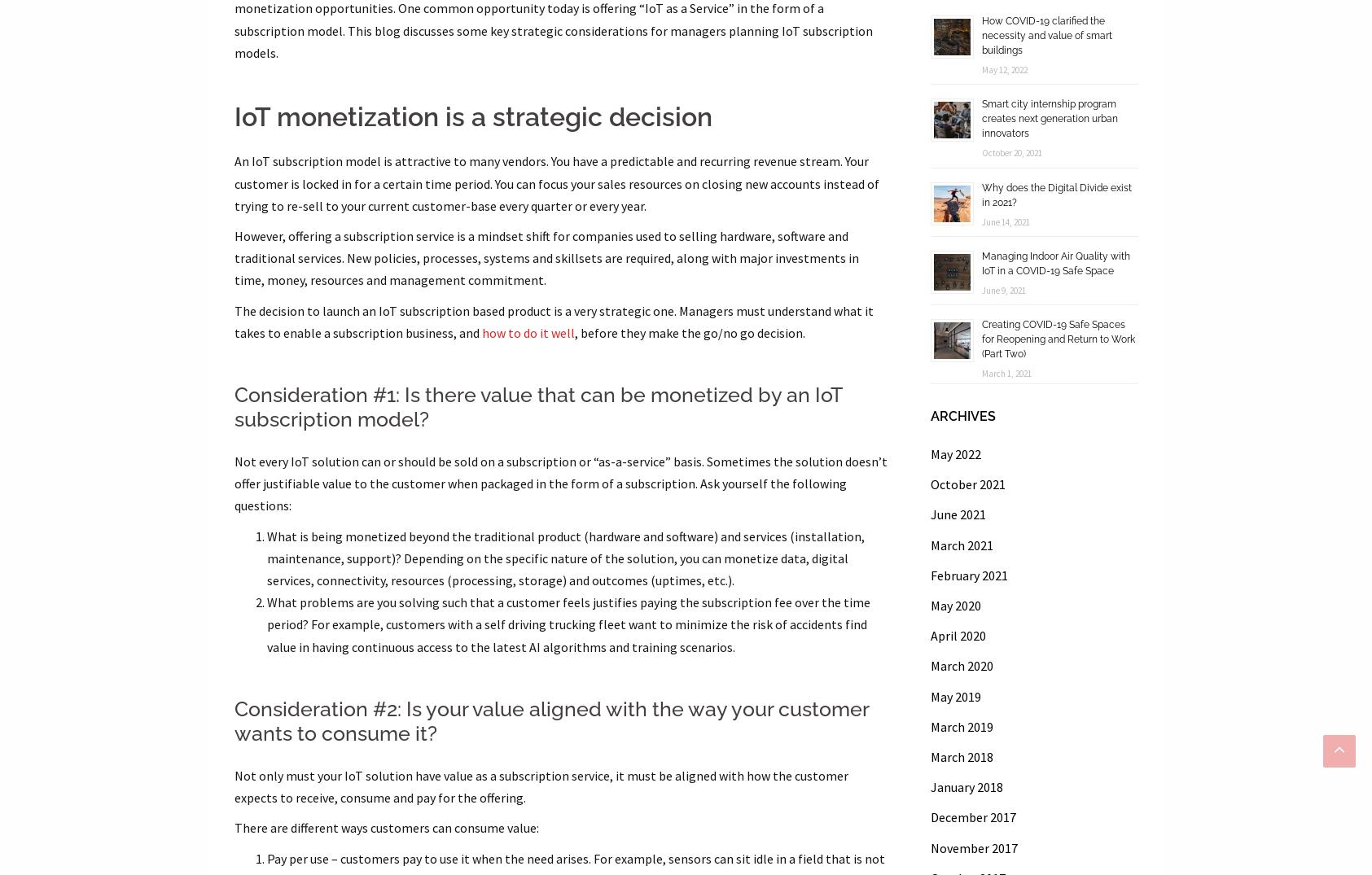 The image size is (1372, 875). Describe the element at coordinates (980, 290) in the screenshot. I see `'June 9, 2021'` at that location.